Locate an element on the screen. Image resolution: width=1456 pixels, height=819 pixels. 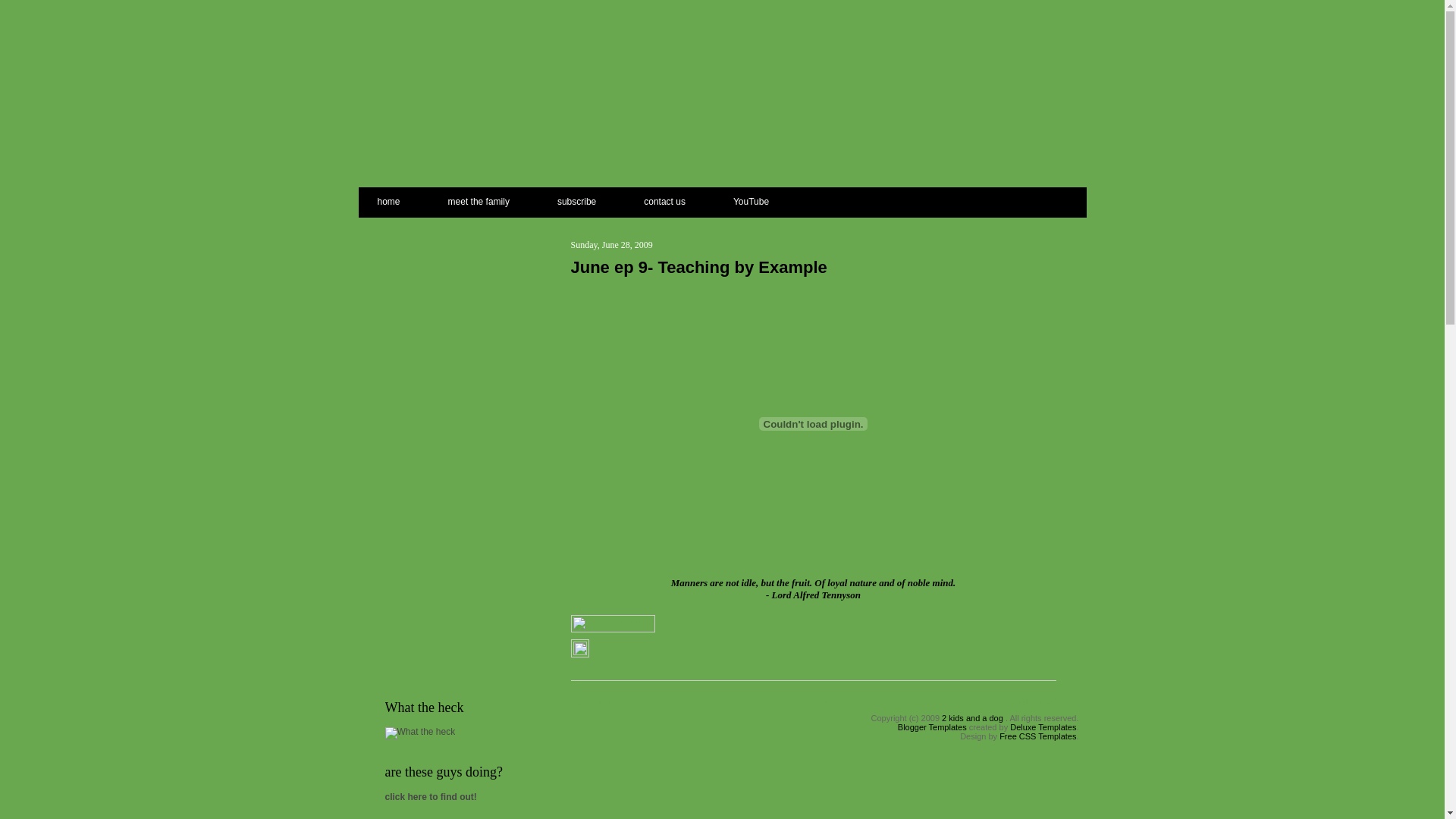
'Older Post' is located at coordinates (1034, 701).